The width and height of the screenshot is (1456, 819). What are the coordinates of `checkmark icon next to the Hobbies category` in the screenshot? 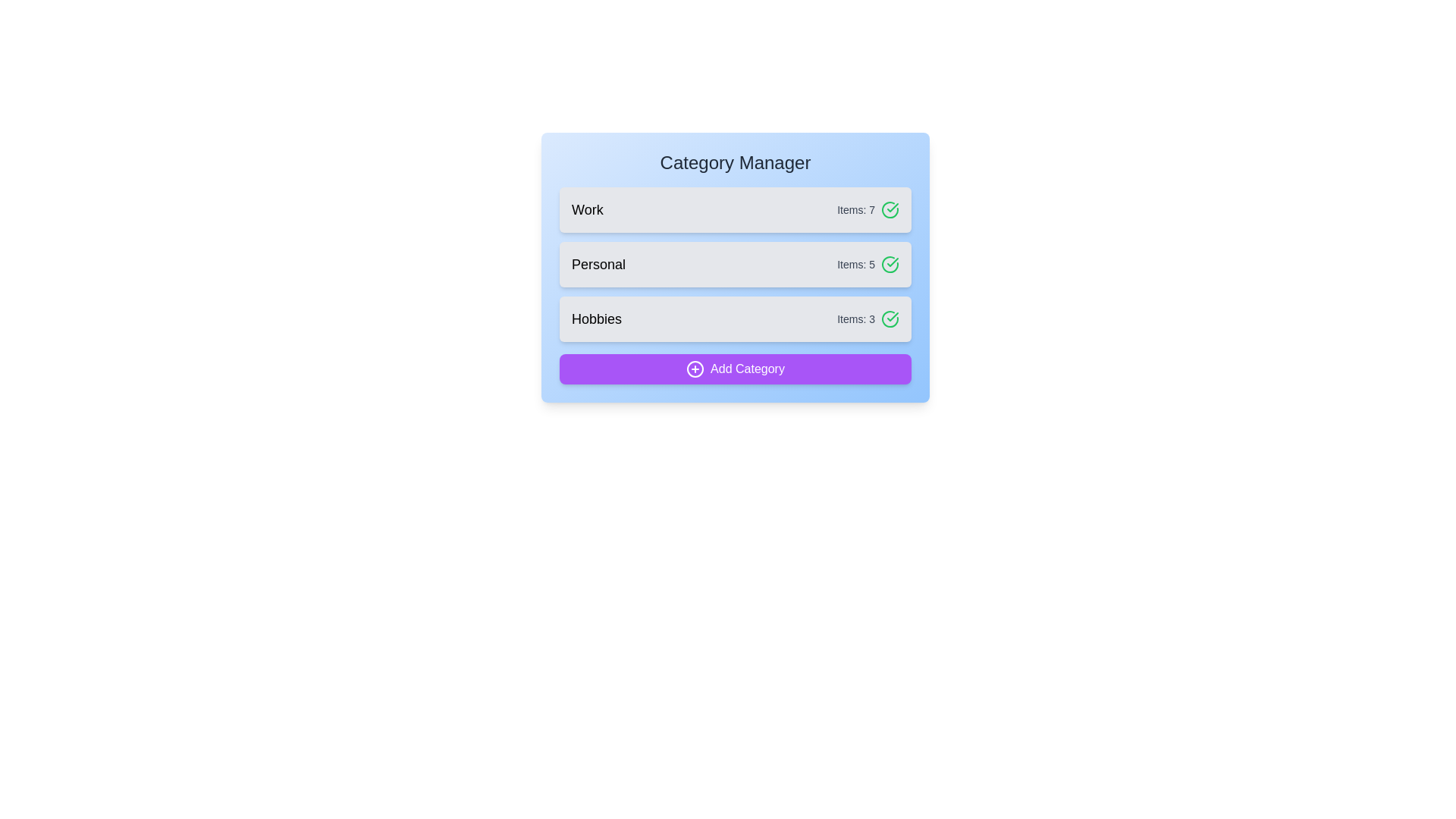 It's located at (890, 318).